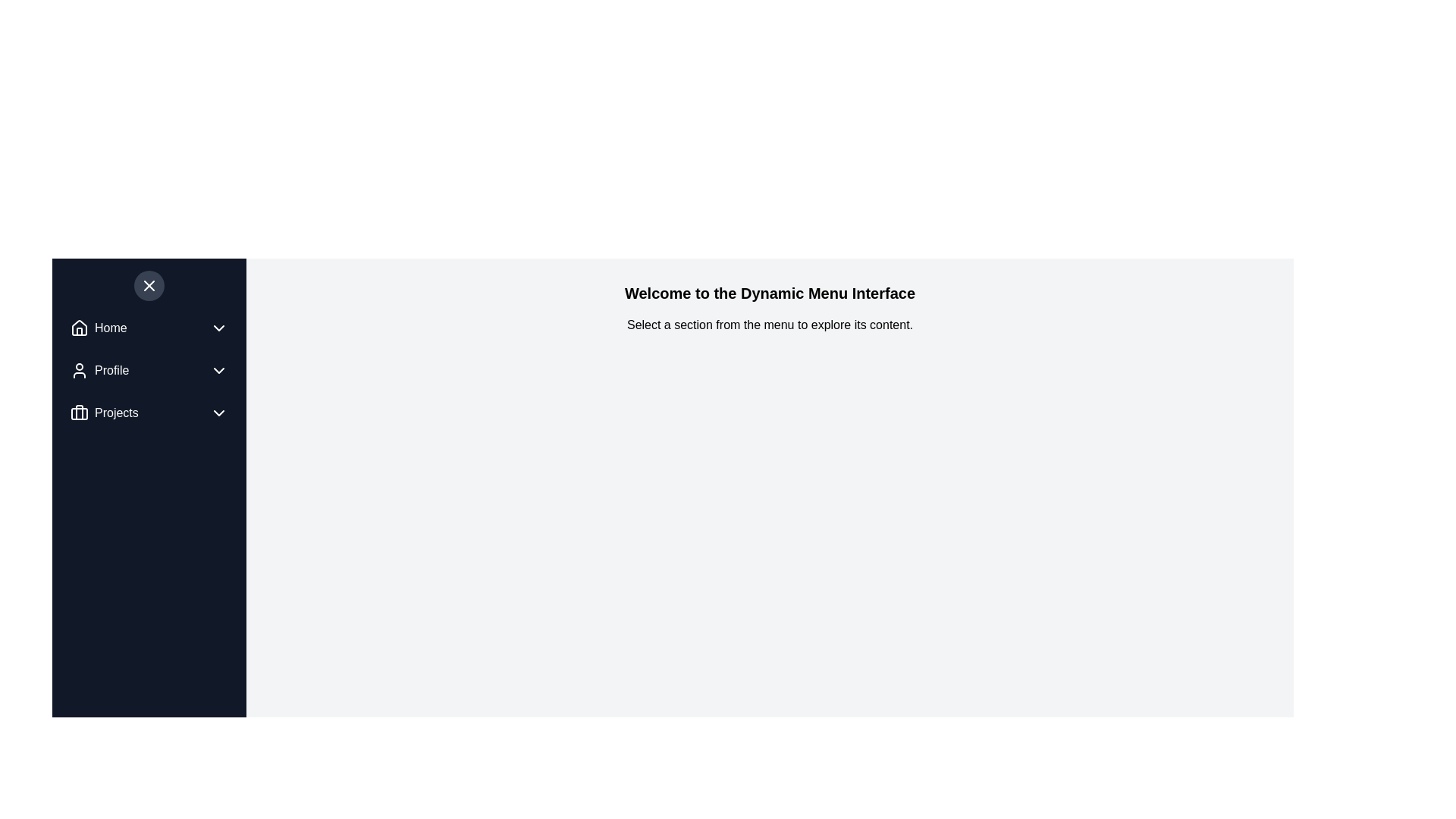 The width and height of the screenshot is (1456, 819). Describe the element at coordinates (103, 413) in the screenshot. I see `the navigation menu item labeled 'Projects', which consists of a briefcase icon and text` at that location.